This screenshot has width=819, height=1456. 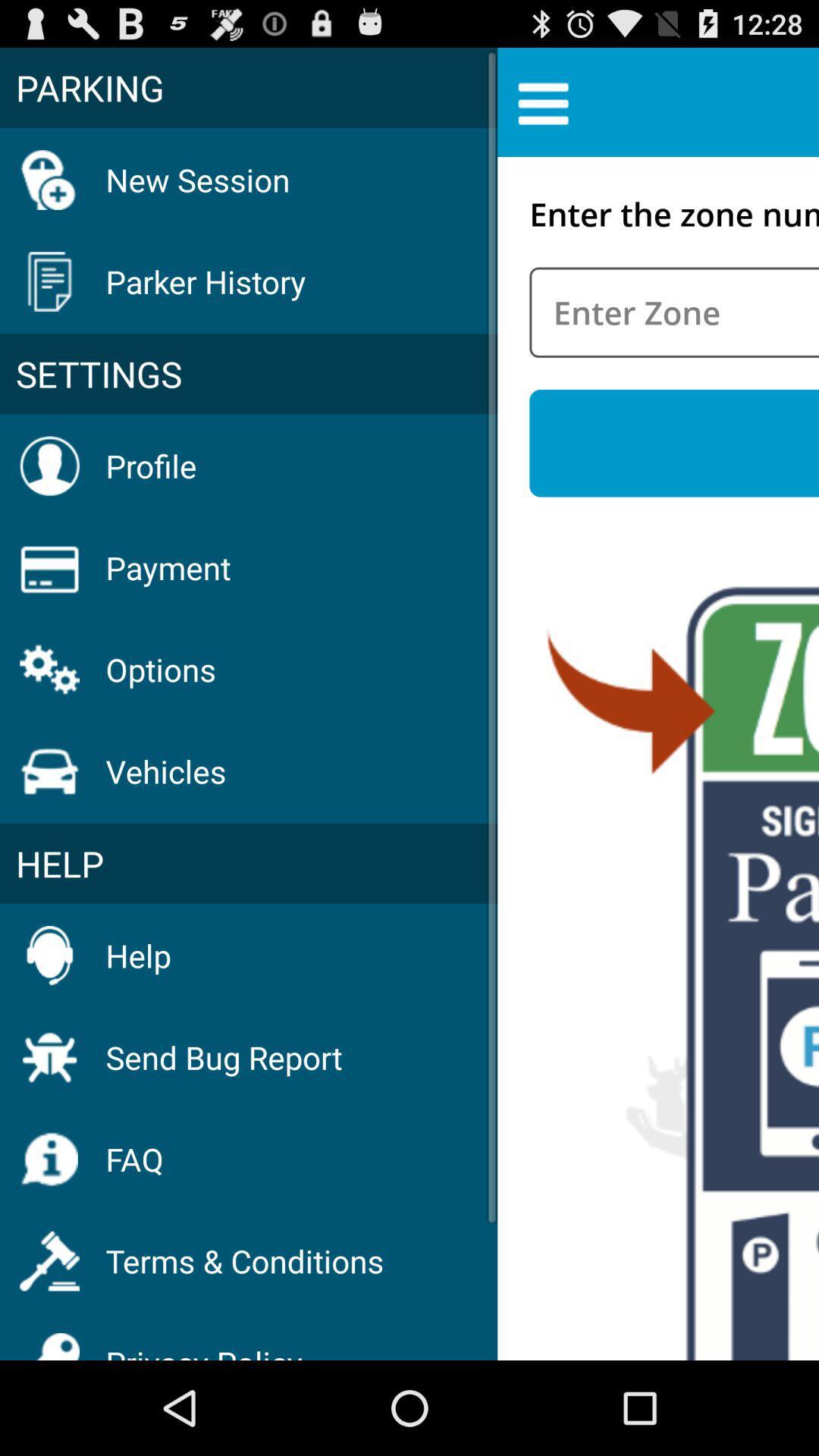 I want to click on the faq item, so click(x=133, y=1158).